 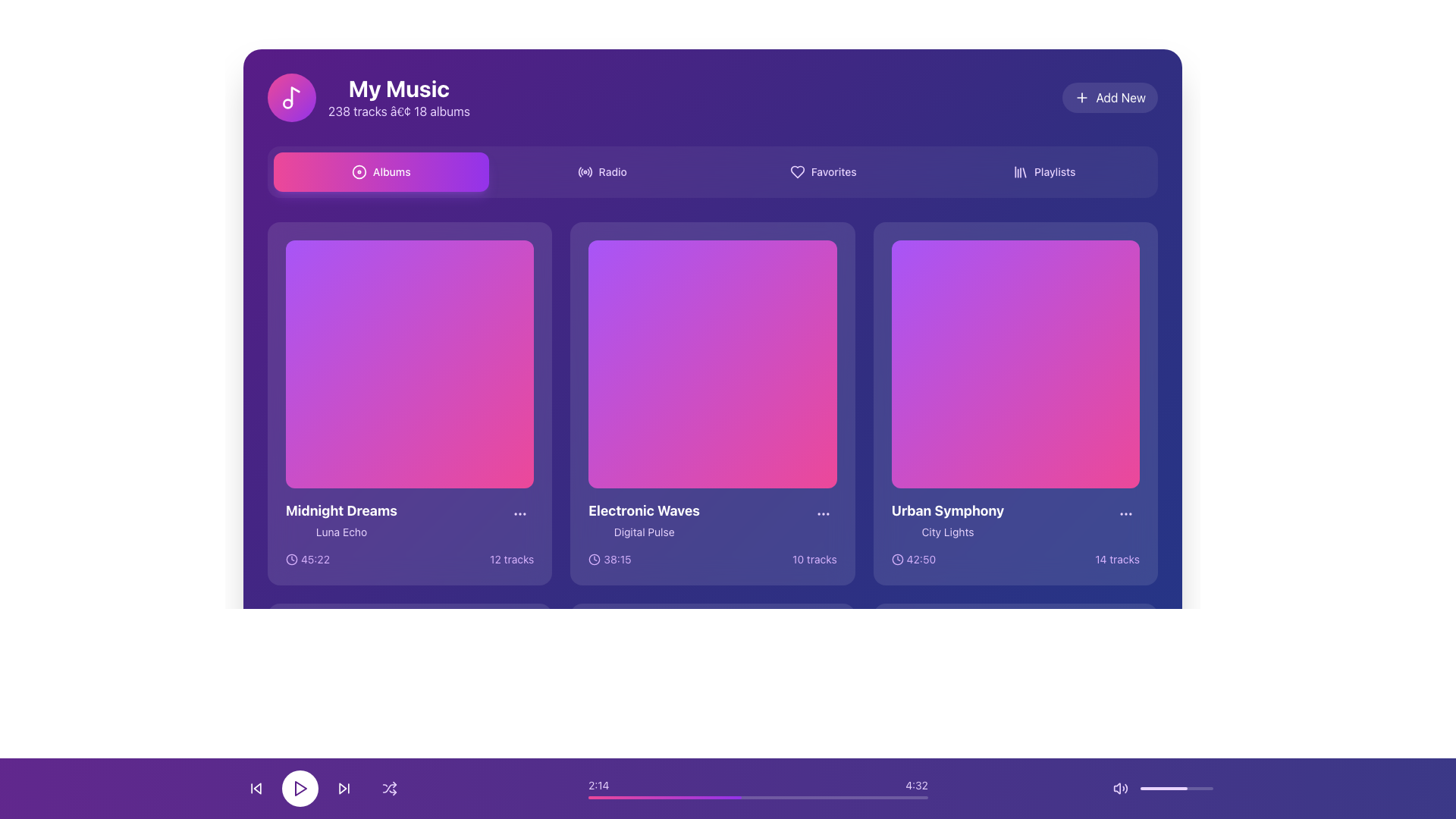 I want to click on the visual properties of the icon located in the lower-left corner of the card for the music album 'Midnight Dreams', adjacent to the duration text '45:22', so click(x=291, y=559).